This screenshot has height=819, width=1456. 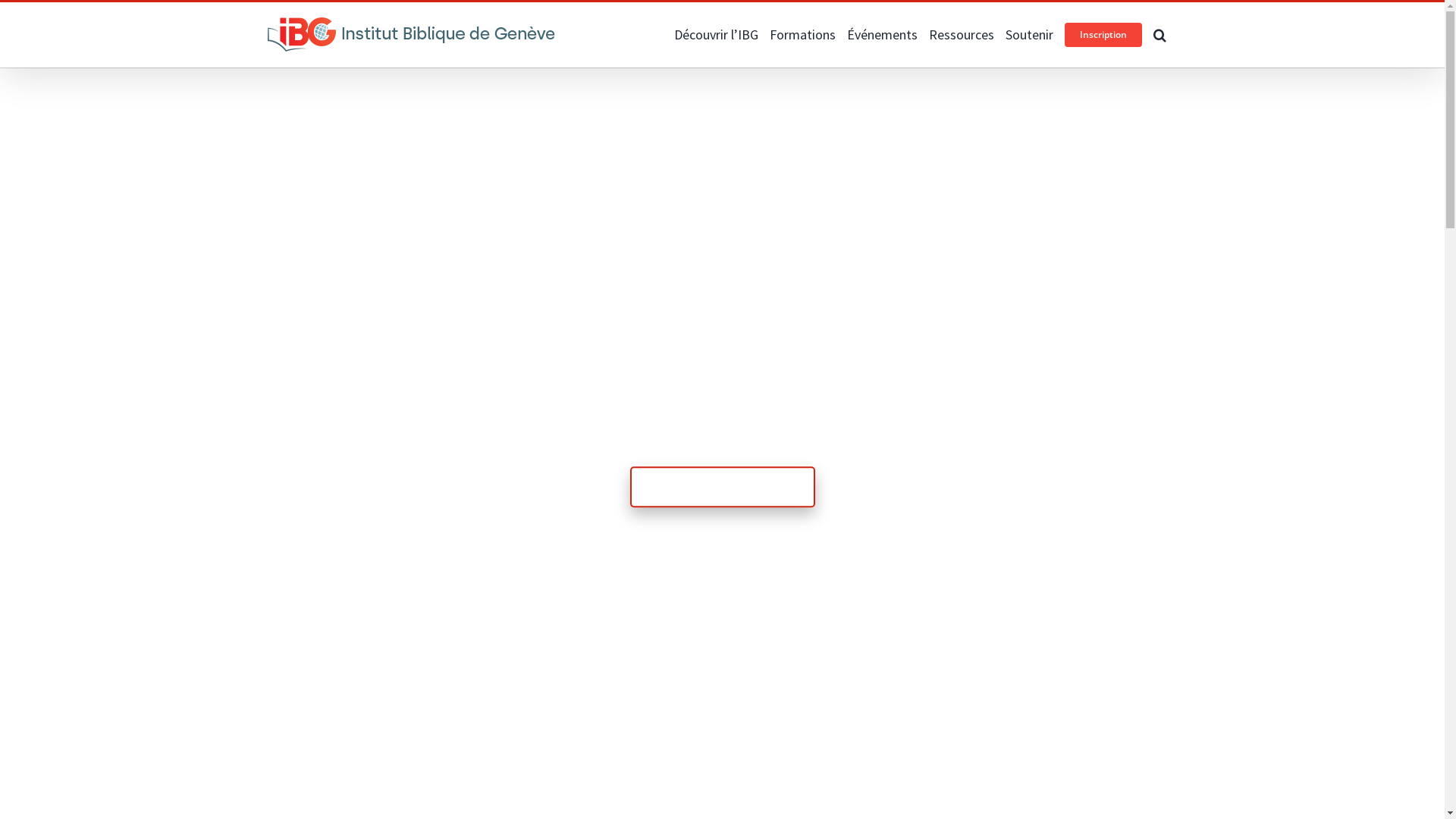 I want to click on 'Instagram', so click(x=294, y=17).